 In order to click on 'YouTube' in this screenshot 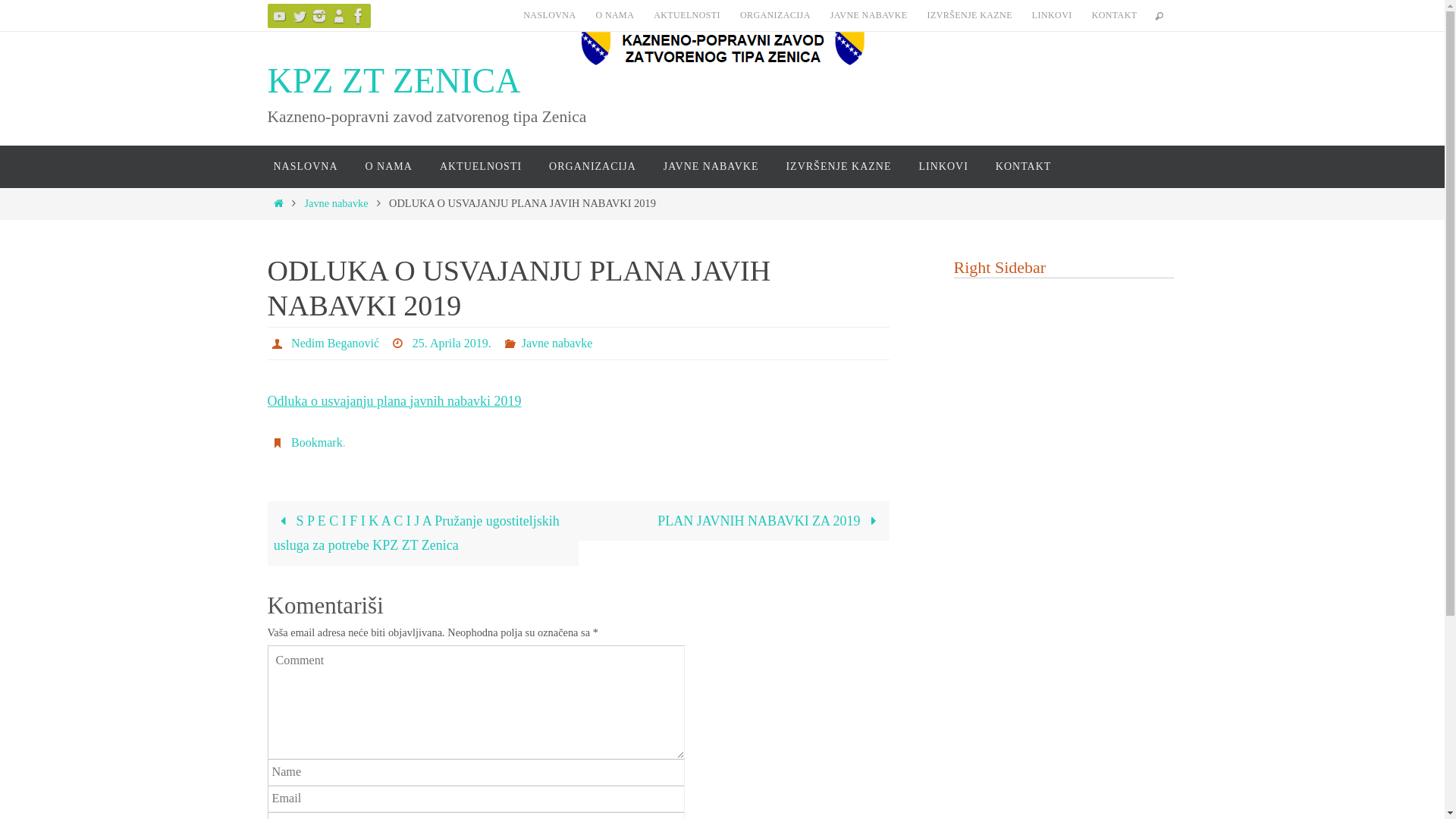, I will do `click(266, 15)`.